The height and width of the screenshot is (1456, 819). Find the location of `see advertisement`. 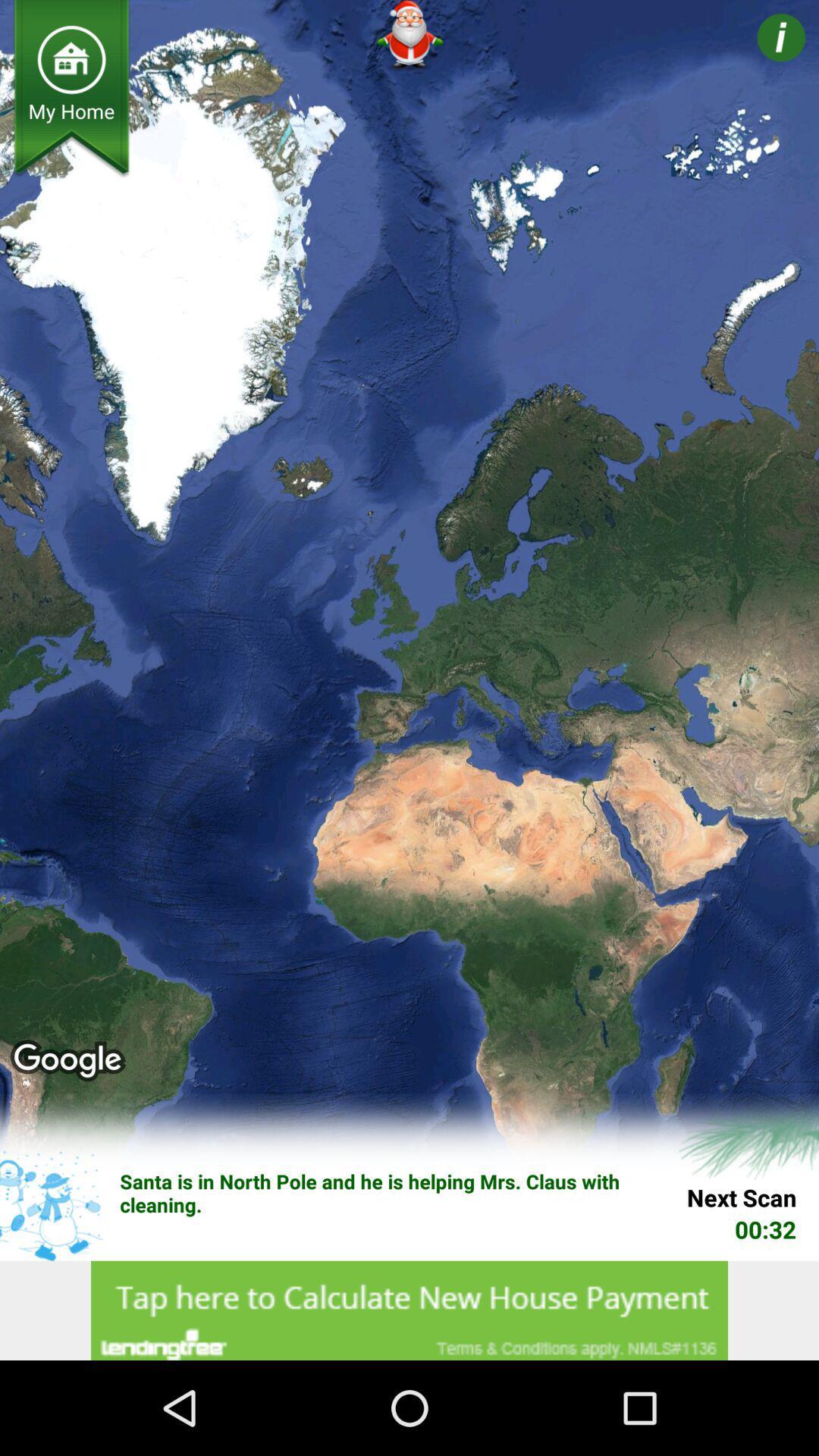

see advertisement is located at coordinates (409, 1310).